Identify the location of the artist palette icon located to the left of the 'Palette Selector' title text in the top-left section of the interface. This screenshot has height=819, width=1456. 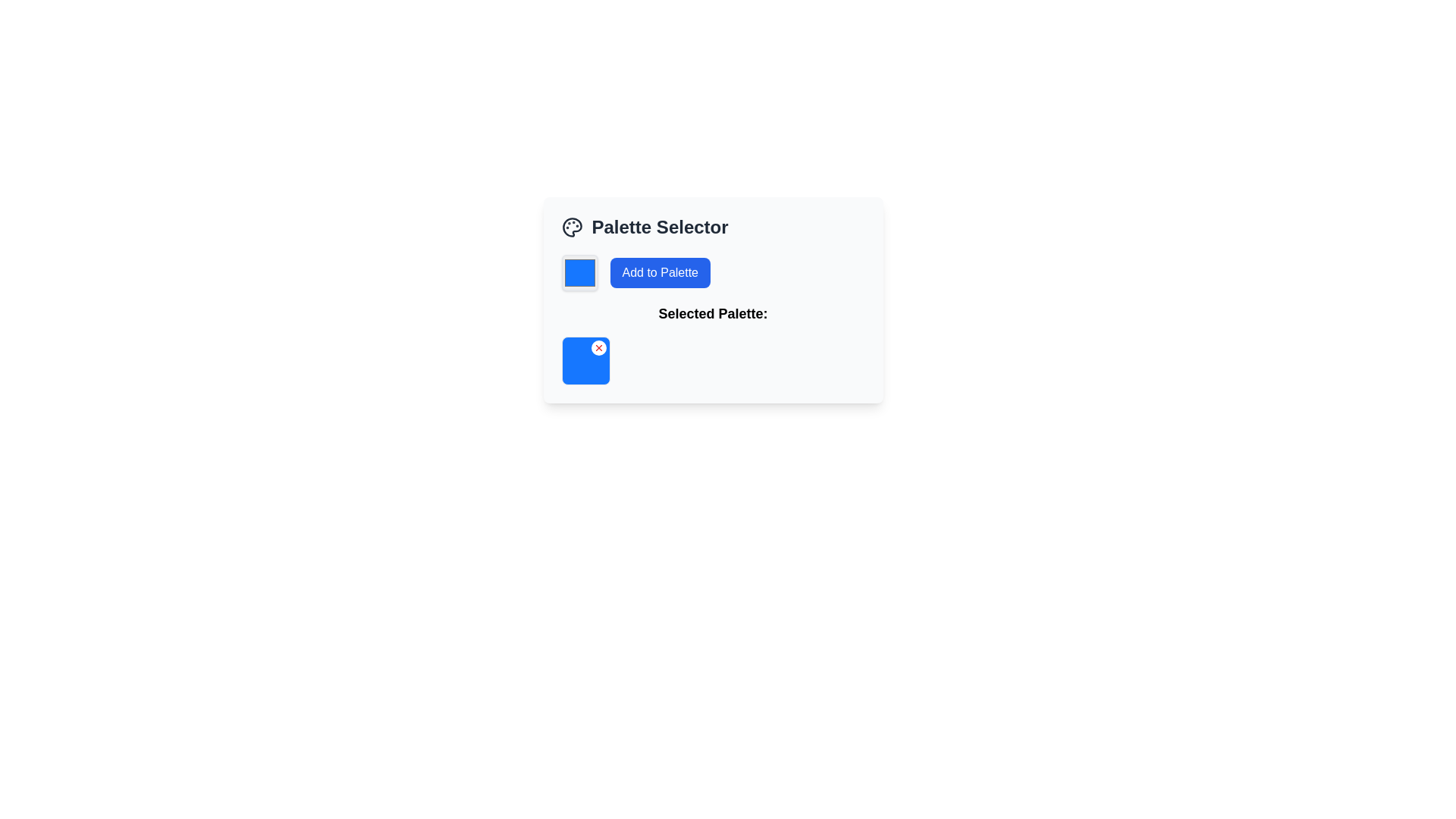
(571, 227).